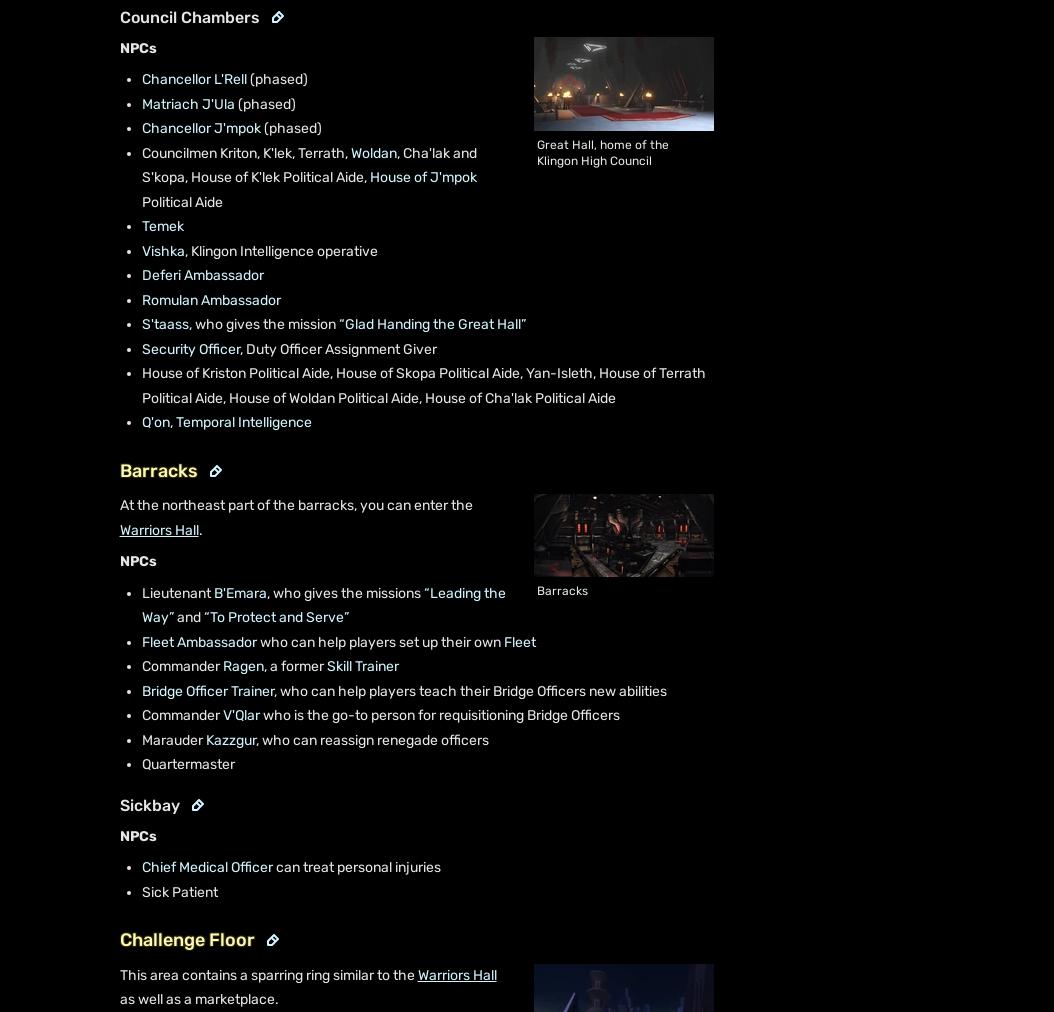  What do you see at coordinates (547, 964) in the screenshot?
I see `'Privacy Policy'` at bounding box center [547, 964].